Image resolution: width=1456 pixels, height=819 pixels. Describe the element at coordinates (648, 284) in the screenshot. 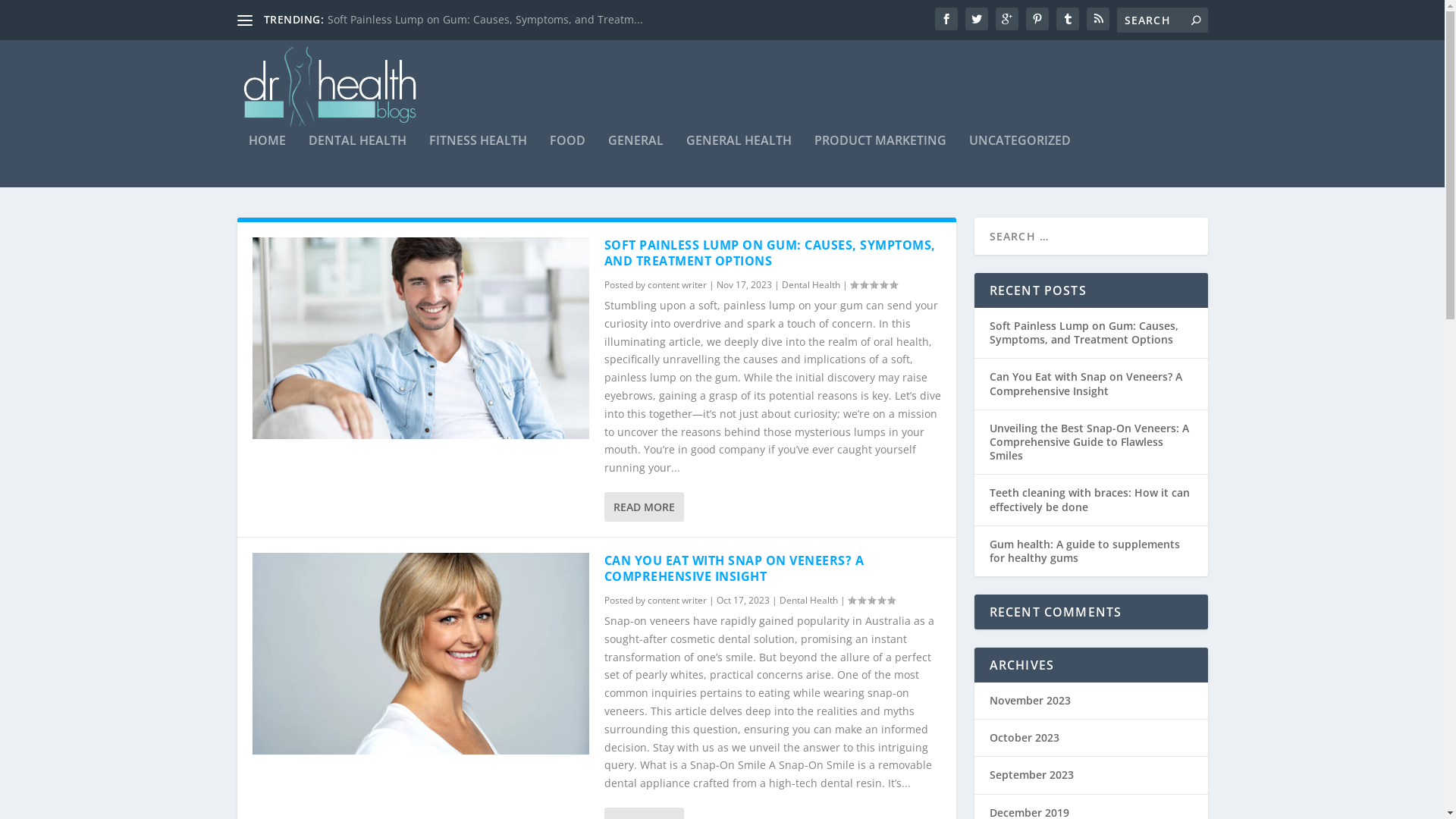

I see `'content writer'` at that location.